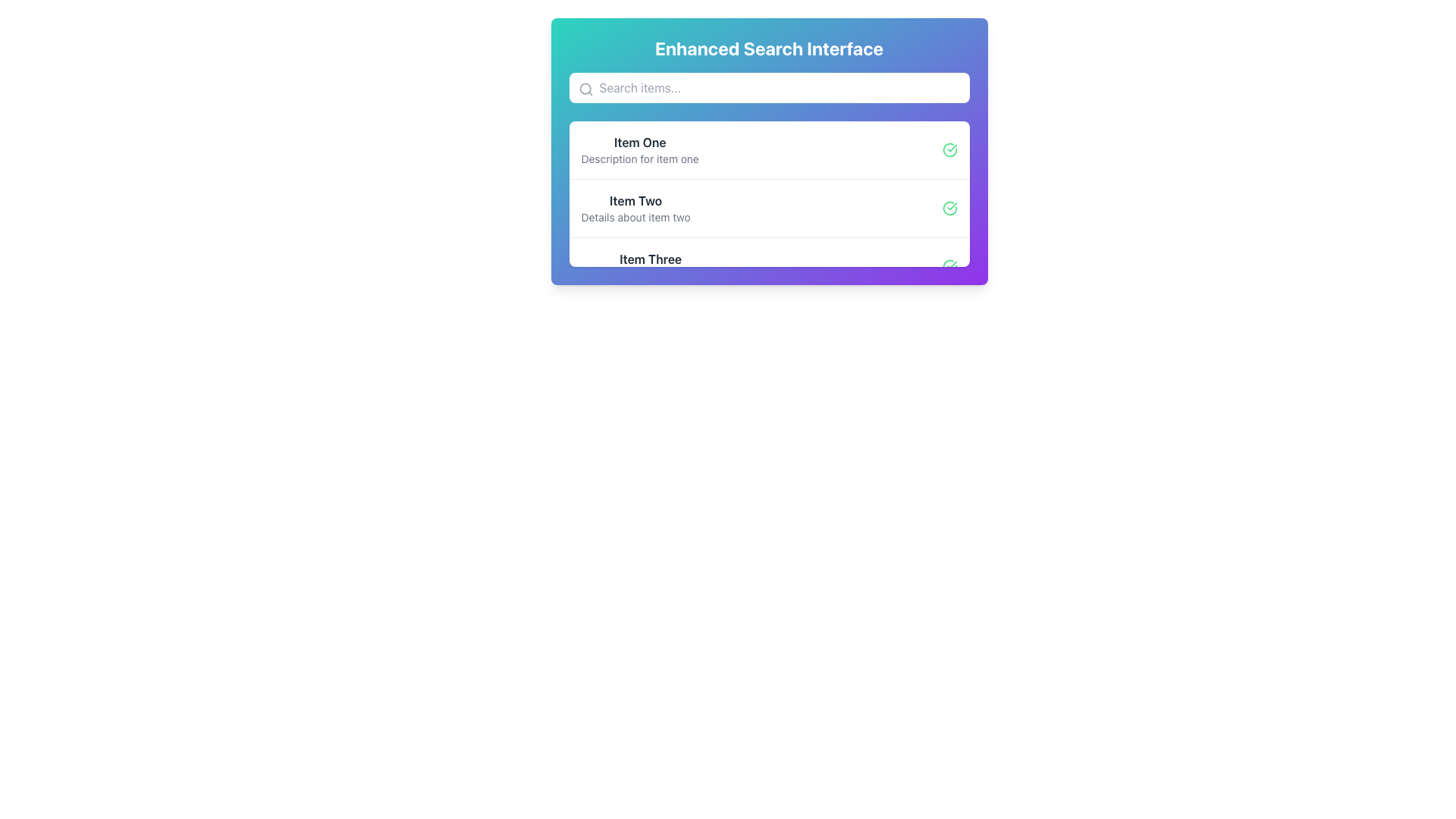 Image resolution: width=1456 pixels, height=819 pixels. What do you see at coordinates (949, 265) in the screenshot?
I see `the green circular checkmark icon located at the far-right side of 'Item Three' in the colorful list interface` at bounding box center [949, 265].